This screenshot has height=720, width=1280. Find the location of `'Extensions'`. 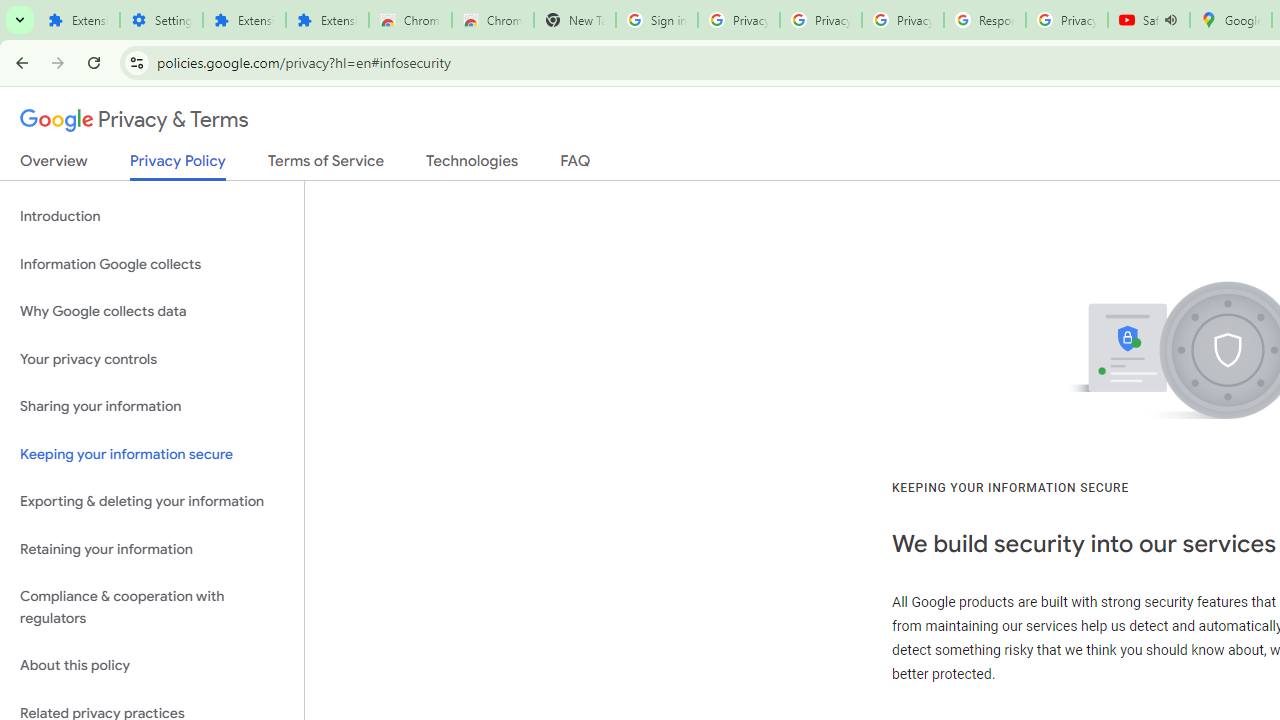

'Extensions' is located at coordinates (327, 20).